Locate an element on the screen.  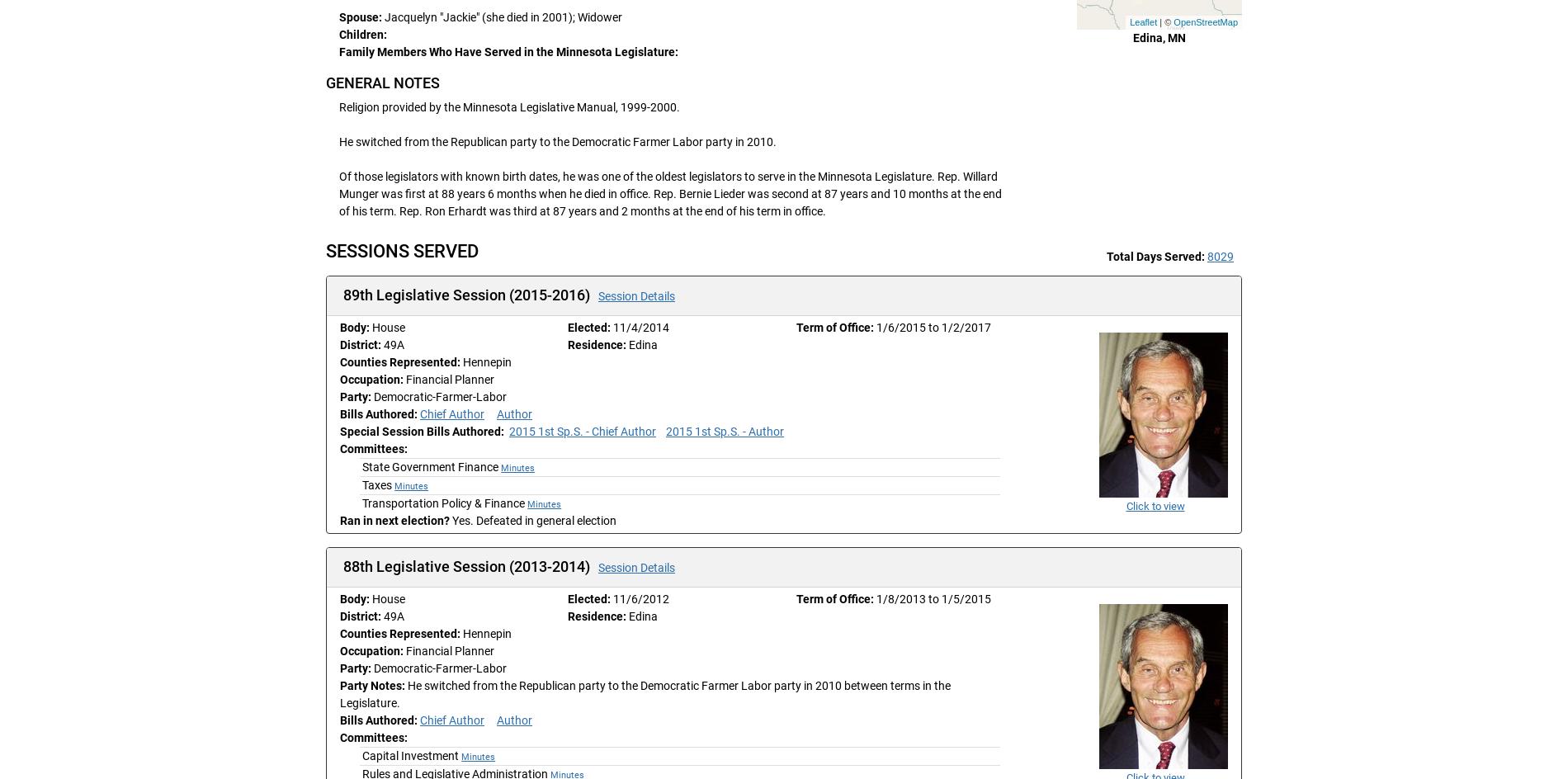
'He switched from the Republican party to the Democratic Farmer Labor party in 2010 between terms in the Legislature.' is located at coordinates (645, 694).